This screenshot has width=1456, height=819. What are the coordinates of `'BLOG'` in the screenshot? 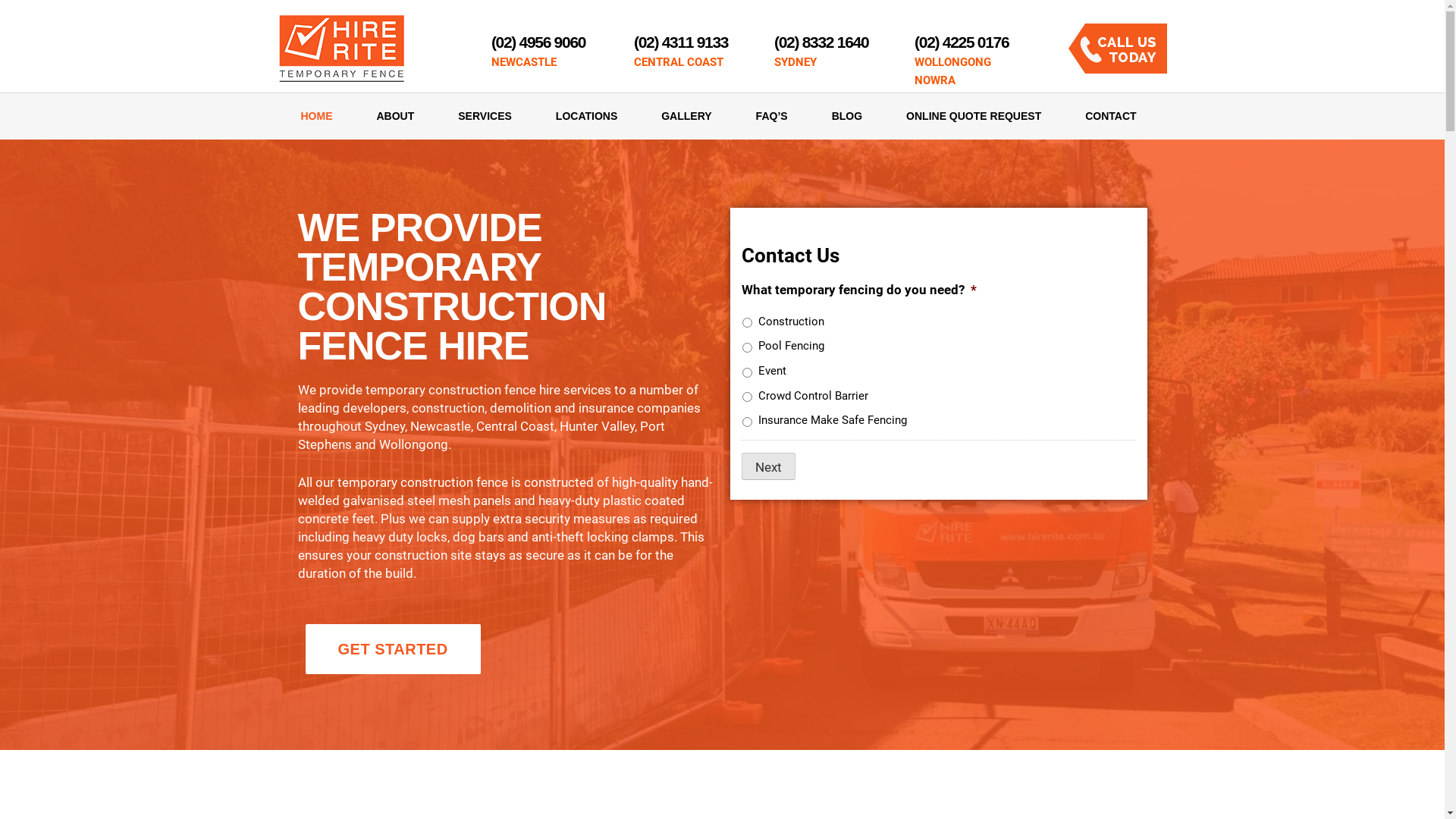 It's located at (809, 115).